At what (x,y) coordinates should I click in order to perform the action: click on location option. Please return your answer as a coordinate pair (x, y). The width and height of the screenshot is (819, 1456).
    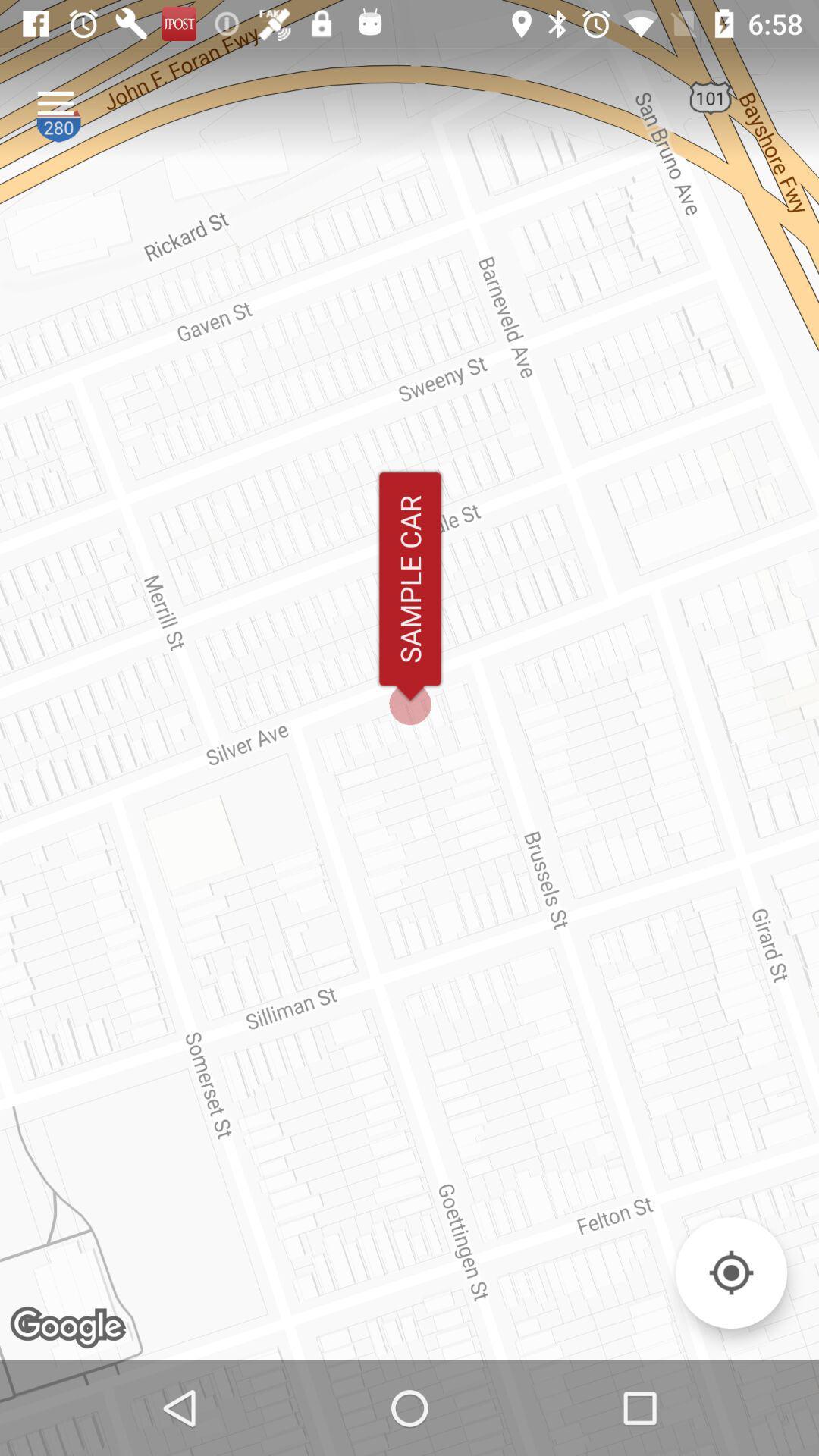
    Looking at the image, I should click on (730, 1272).